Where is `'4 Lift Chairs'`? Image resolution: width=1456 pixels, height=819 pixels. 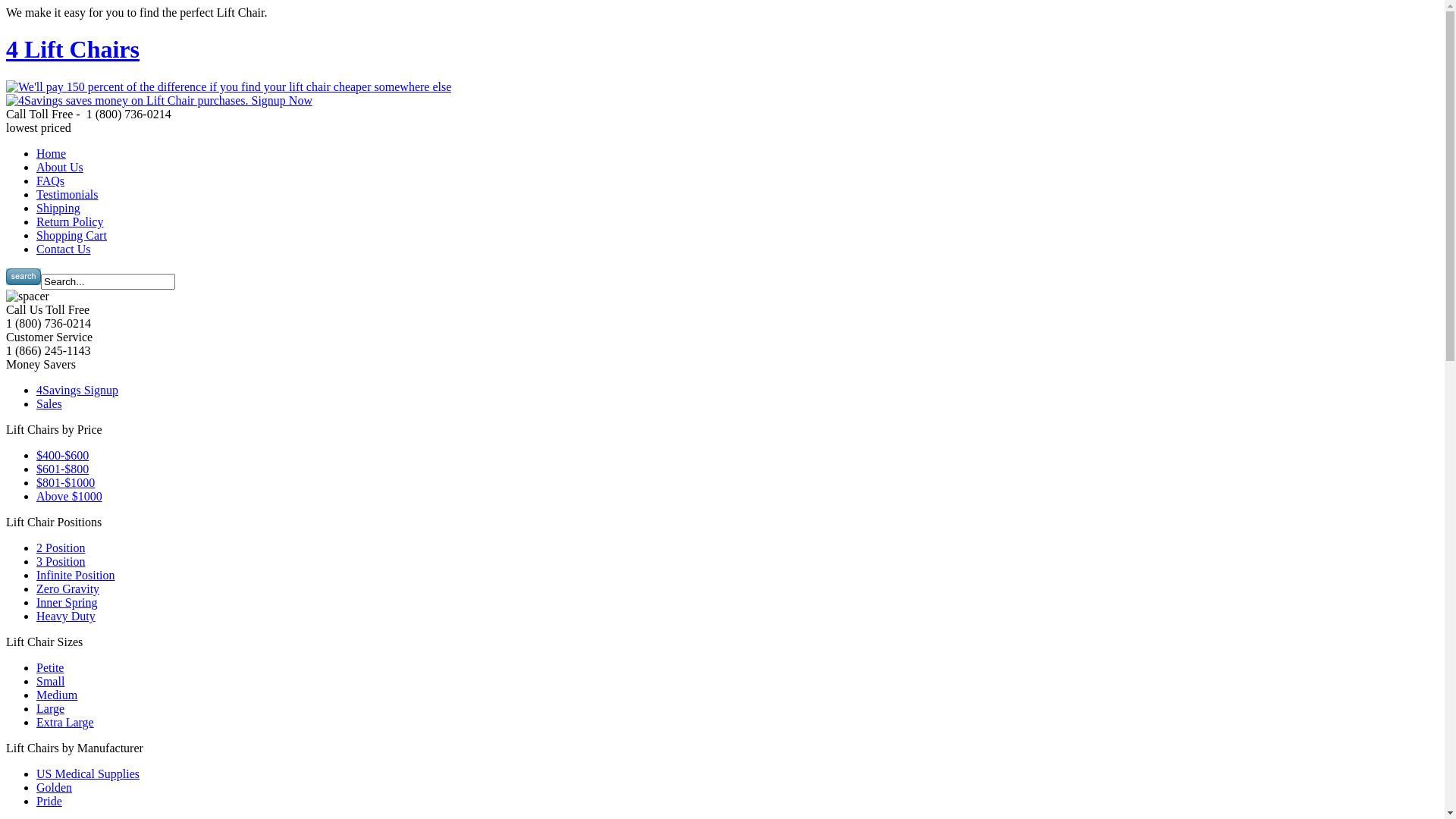 '4 Lift Chairs' is located at coordinates (72, 49).